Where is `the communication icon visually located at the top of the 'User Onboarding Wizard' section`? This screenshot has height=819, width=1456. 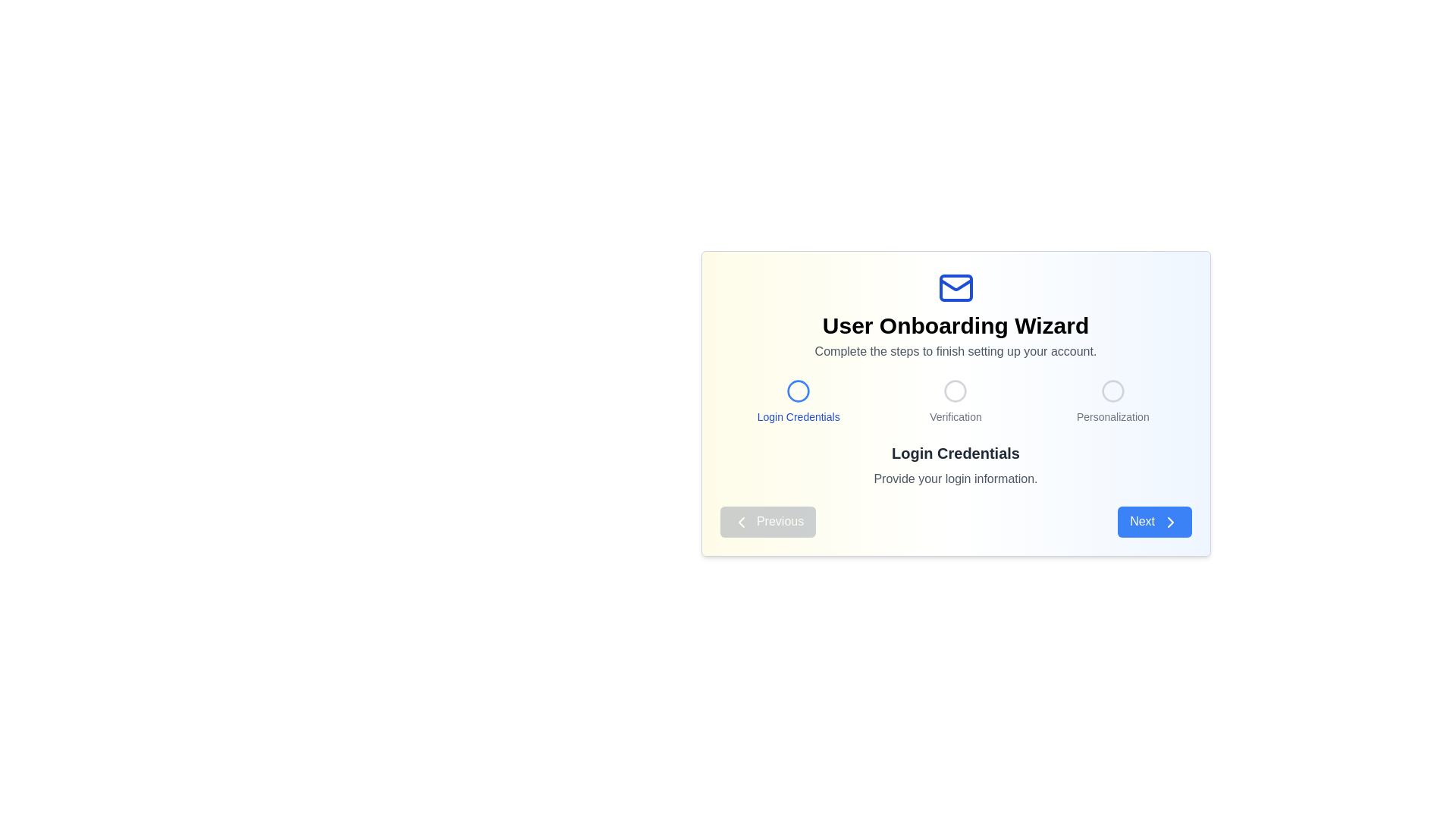
the communication icon visually located at the top of the 'User Onboarding Wizard' section is located at coordinates (955, 288).